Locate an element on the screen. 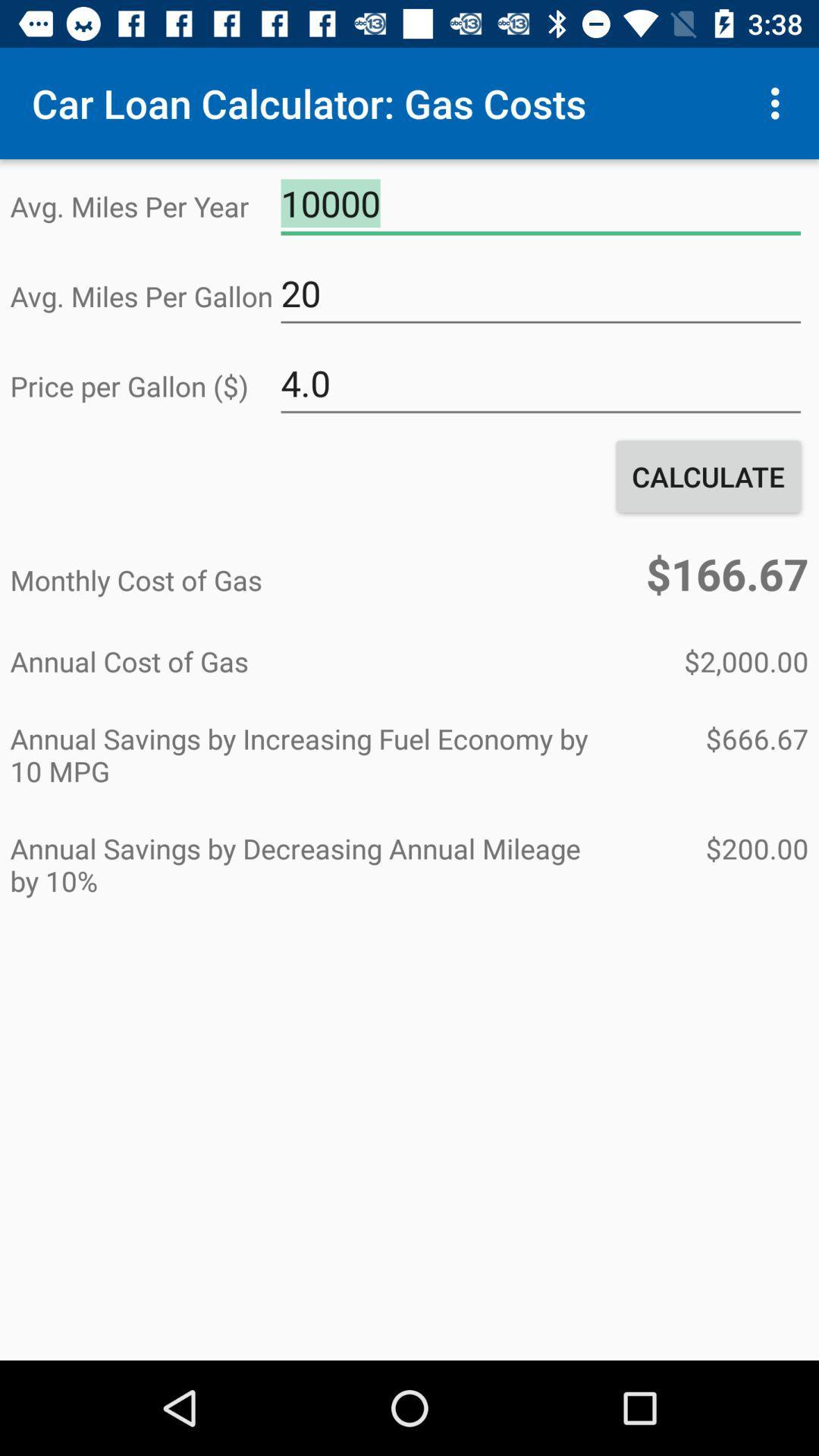  icon above $166.67 is located at coordinates (708, 475).